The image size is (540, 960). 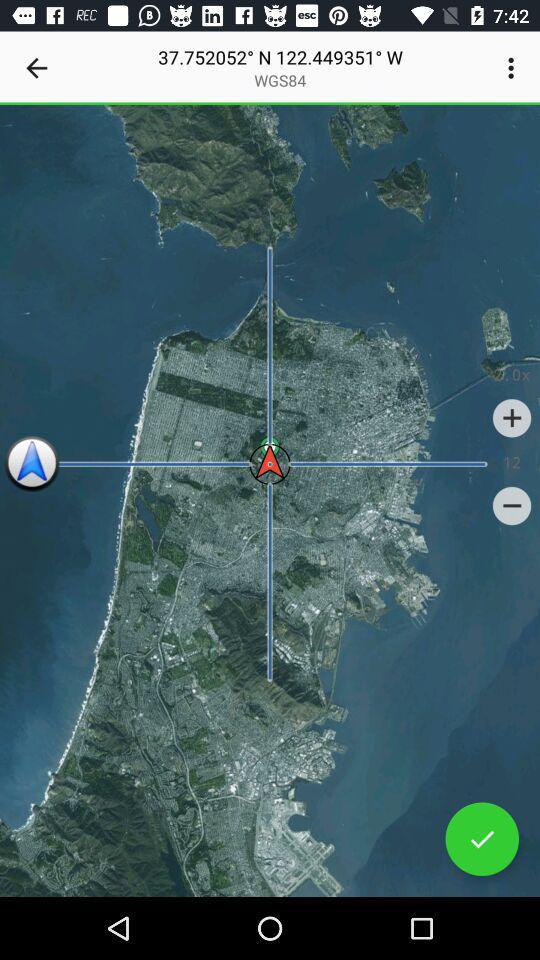 I want to click on the item above 2.0x, so click(x=513, y=68).